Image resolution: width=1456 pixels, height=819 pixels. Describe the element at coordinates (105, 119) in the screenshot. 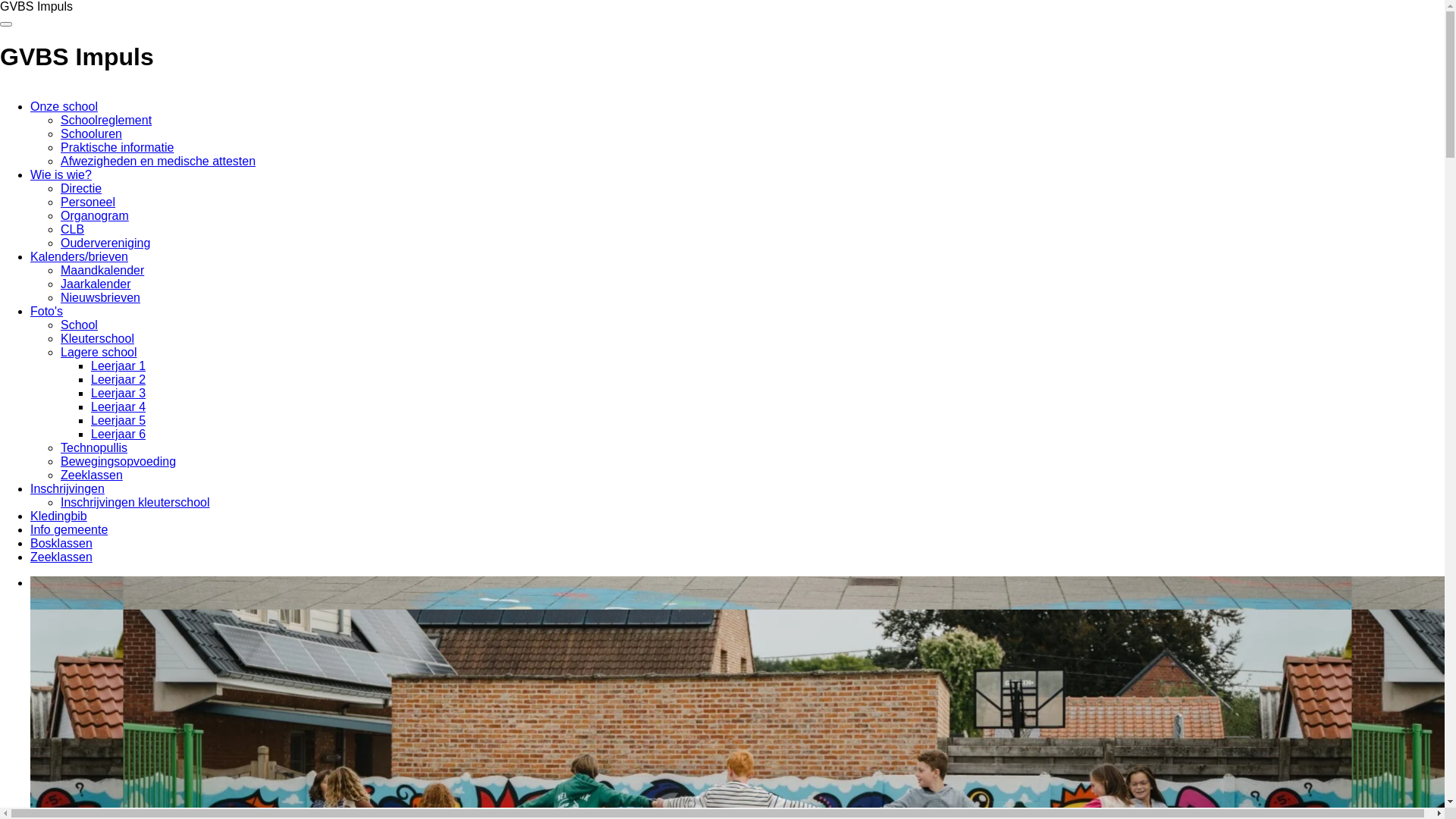

I see `'Schoolreglement'` at that location.